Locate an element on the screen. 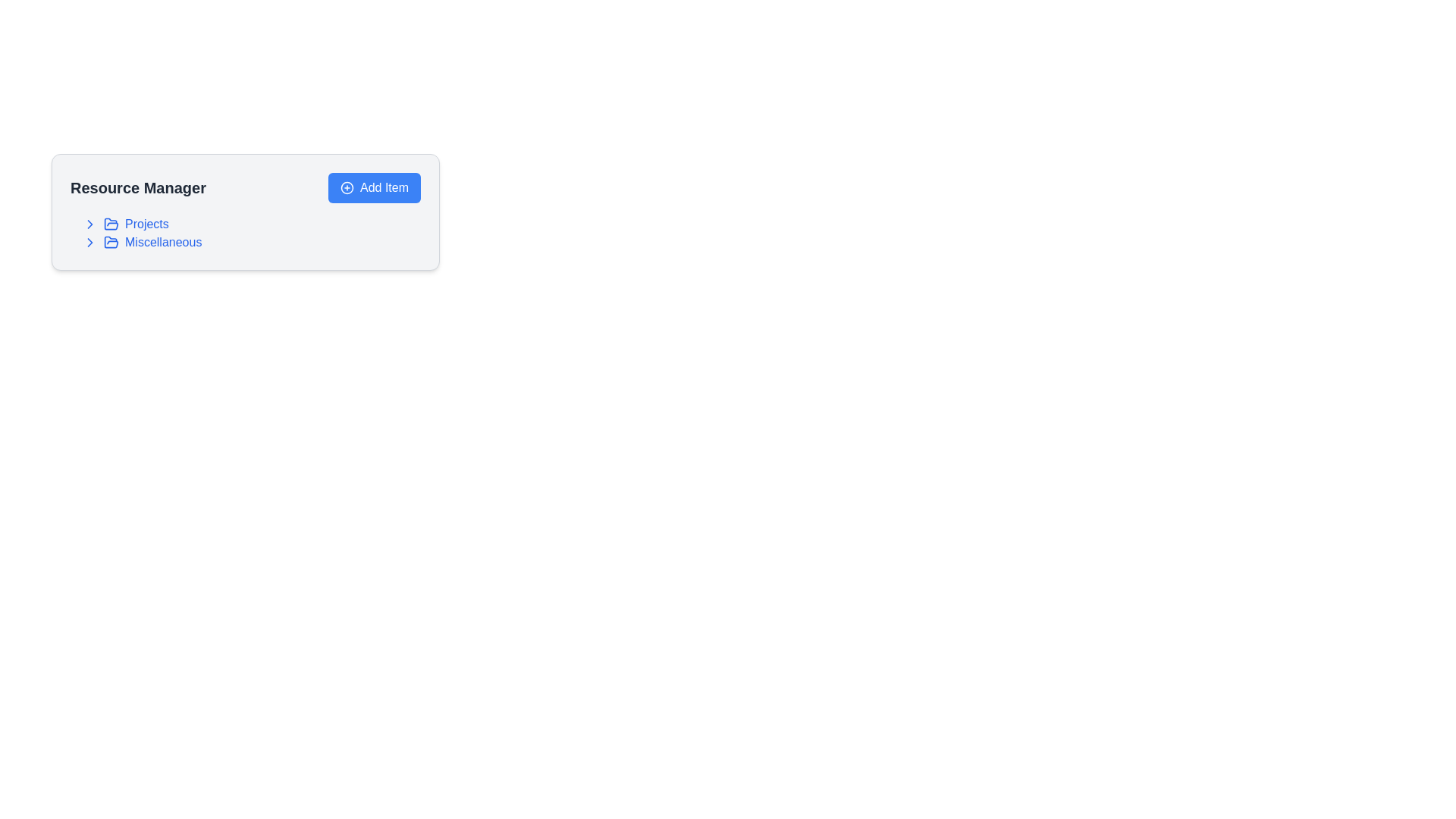 The width and height of the screenshot is (1456, 819). the Right-pointing arrow icon next to the 'Miscellaneous' title is located at coordinates (89, 242).